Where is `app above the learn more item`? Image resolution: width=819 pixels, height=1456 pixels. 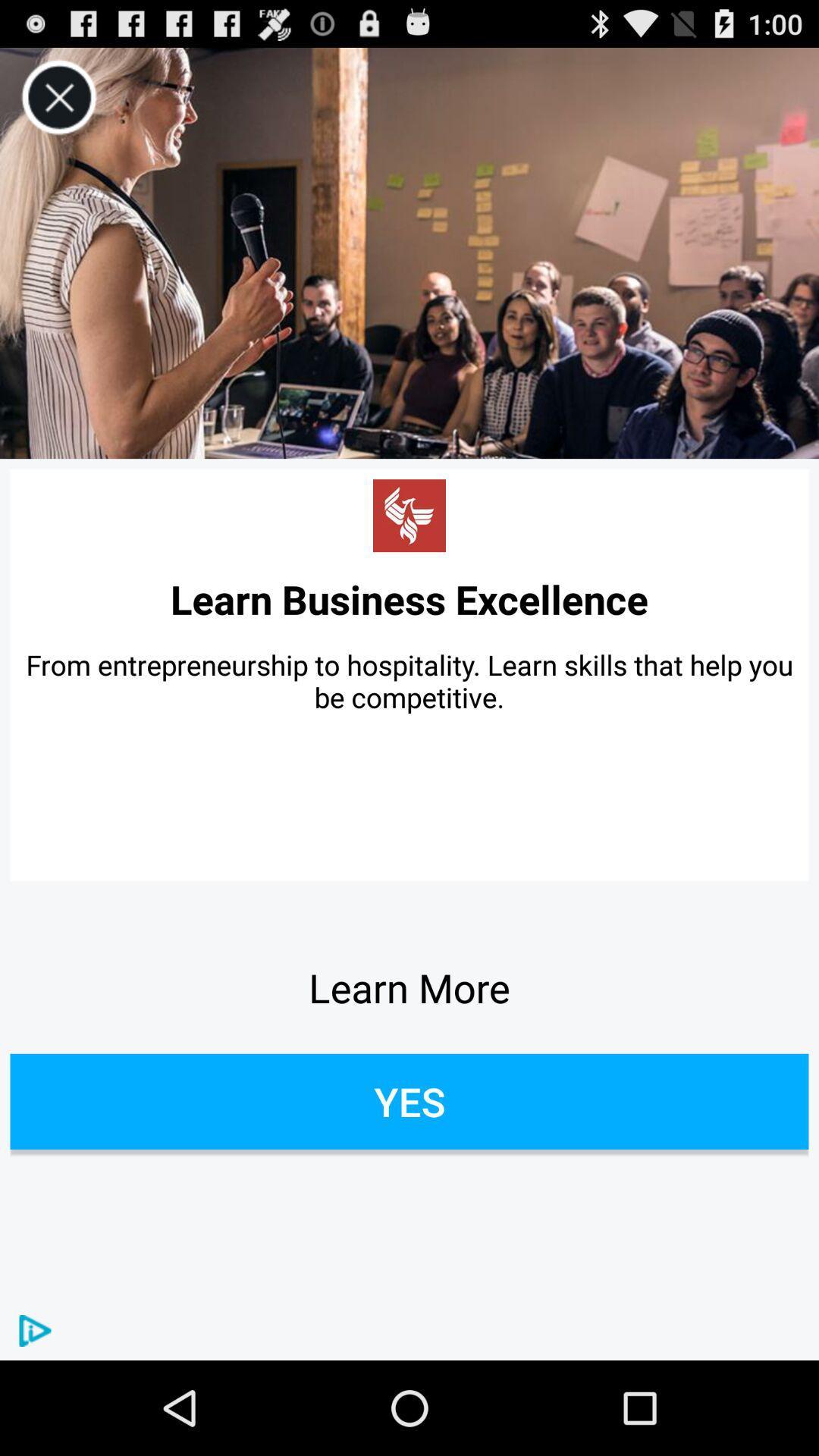
app above the learn more item is located at coordinates (409, 680).